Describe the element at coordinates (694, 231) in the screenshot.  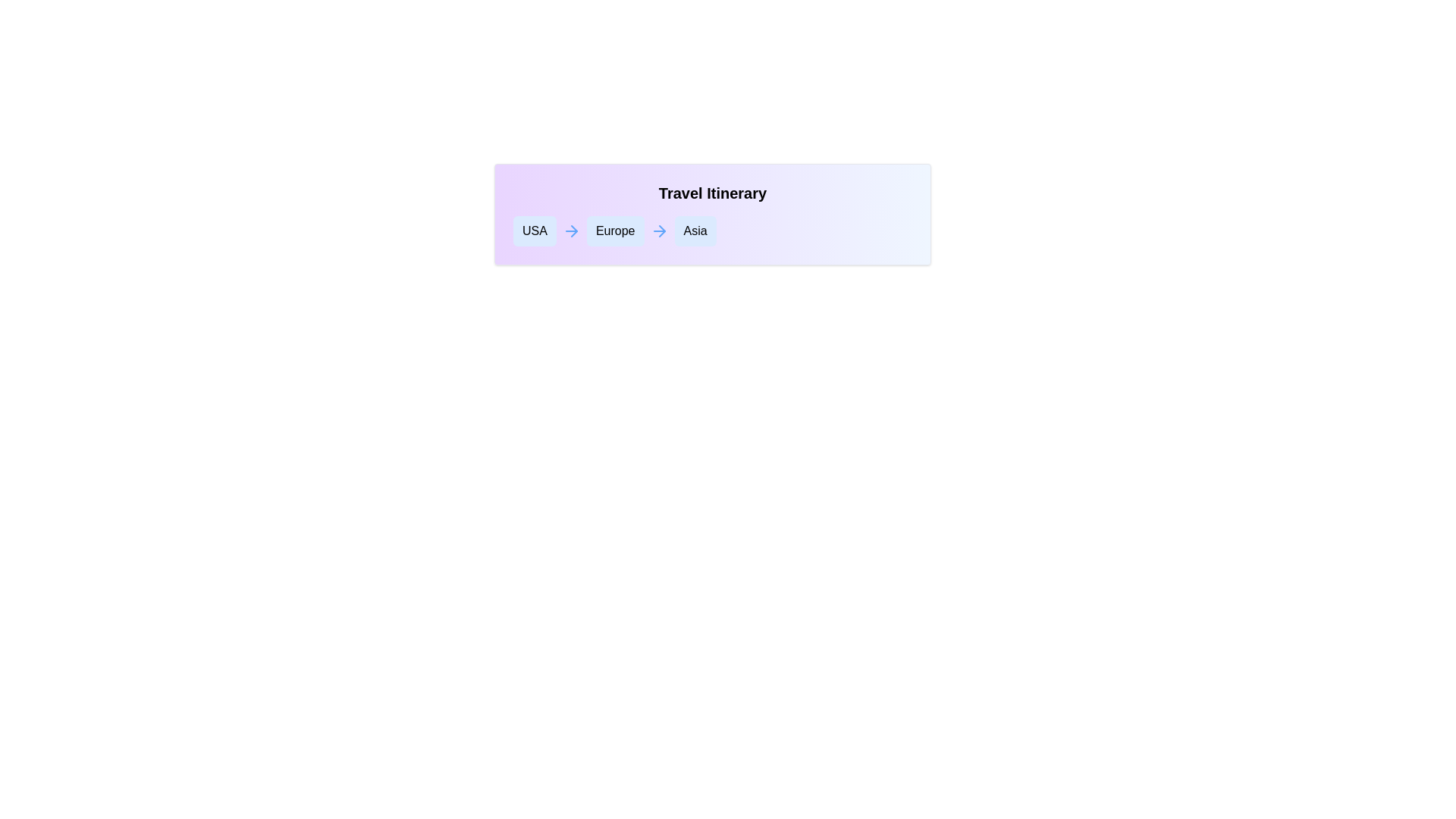
I see `the button labeled 'Asia', which is the third button in a horizontal navigation group, styled with a light blue background and rounded corners` at that location.